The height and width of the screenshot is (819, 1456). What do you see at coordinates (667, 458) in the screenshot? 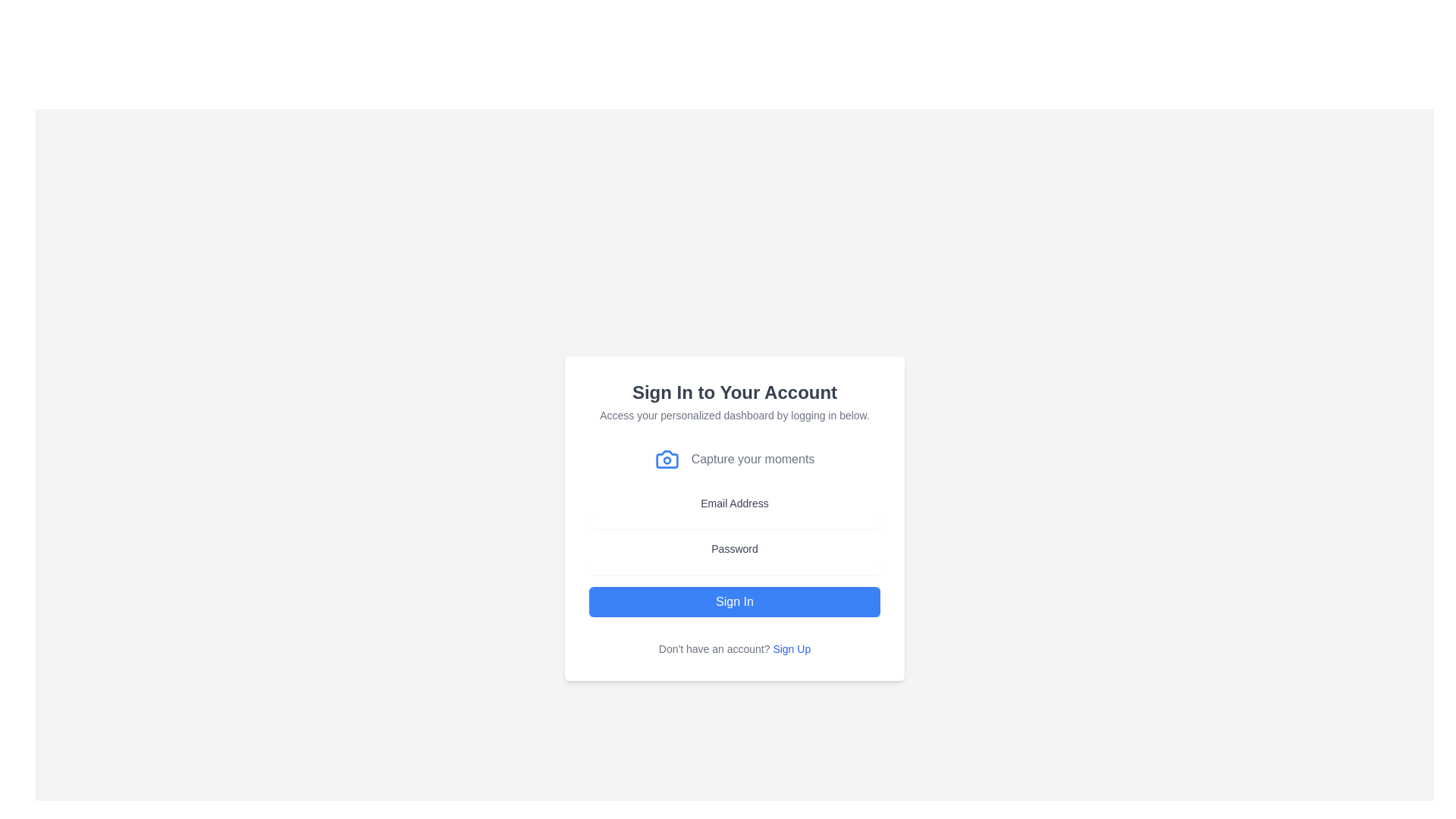
I see `the camera icon with a blue outline, which is located above the 'Capture your moments' text` at bounding box center [667, 458].